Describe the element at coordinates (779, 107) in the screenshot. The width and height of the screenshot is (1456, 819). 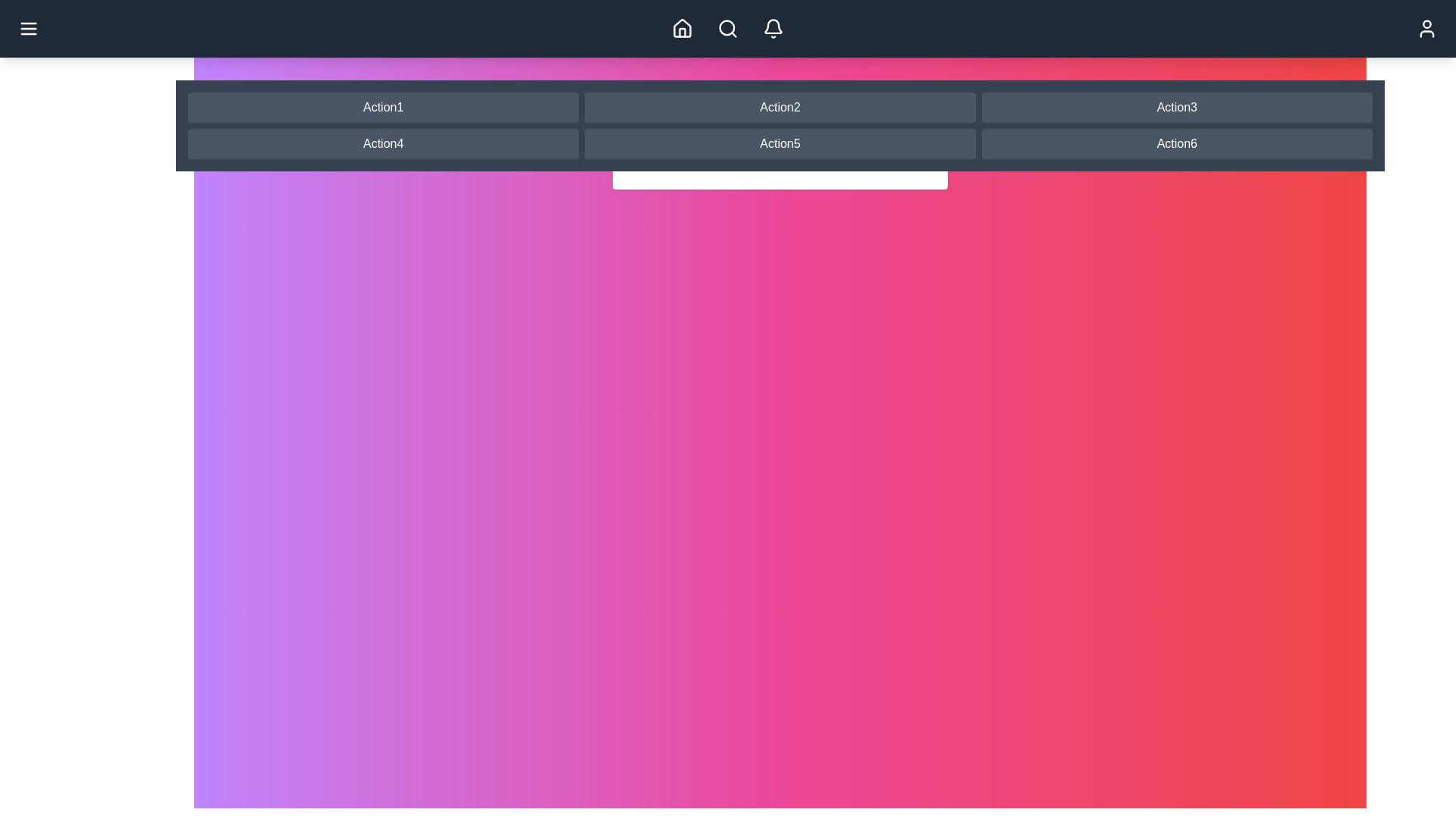
I see `the navigation button labeled Action2` at that location.